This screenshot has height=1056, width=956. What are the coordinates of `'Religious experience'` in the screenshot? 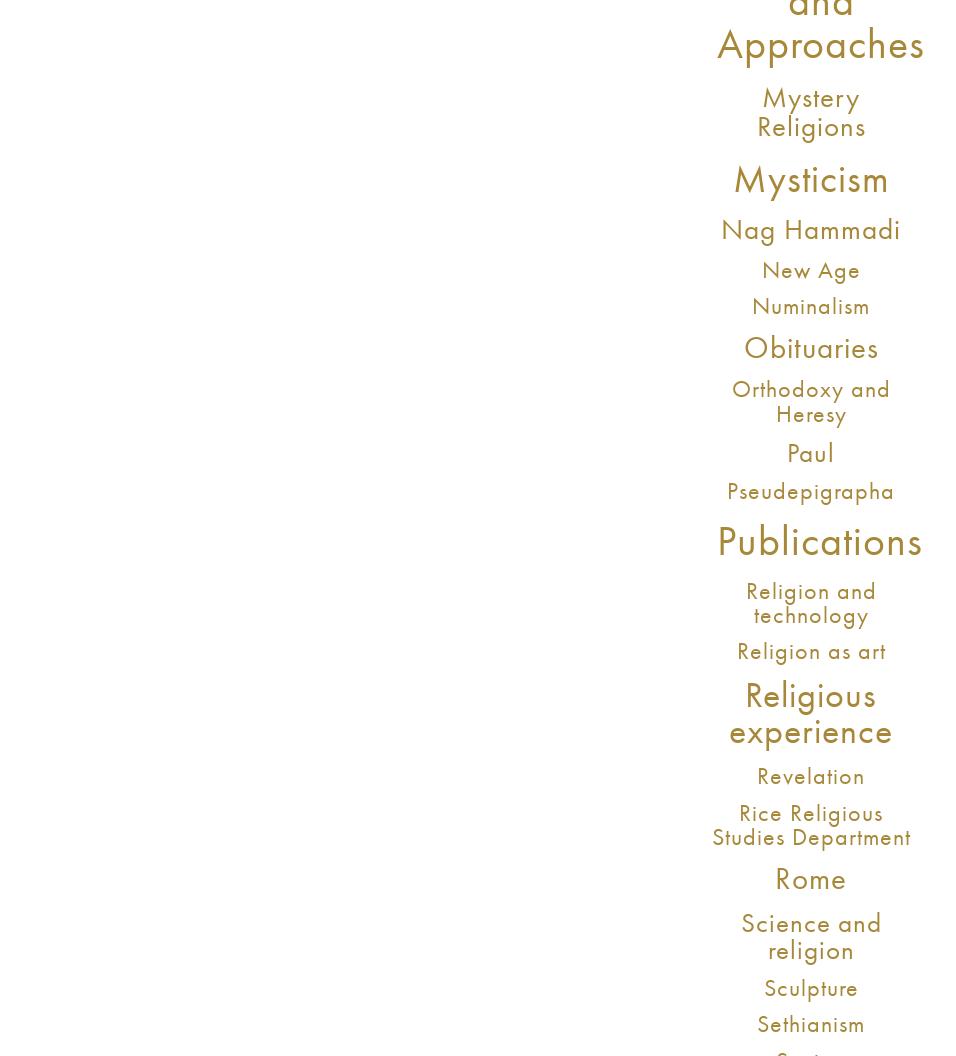 It's located at (809, 712).